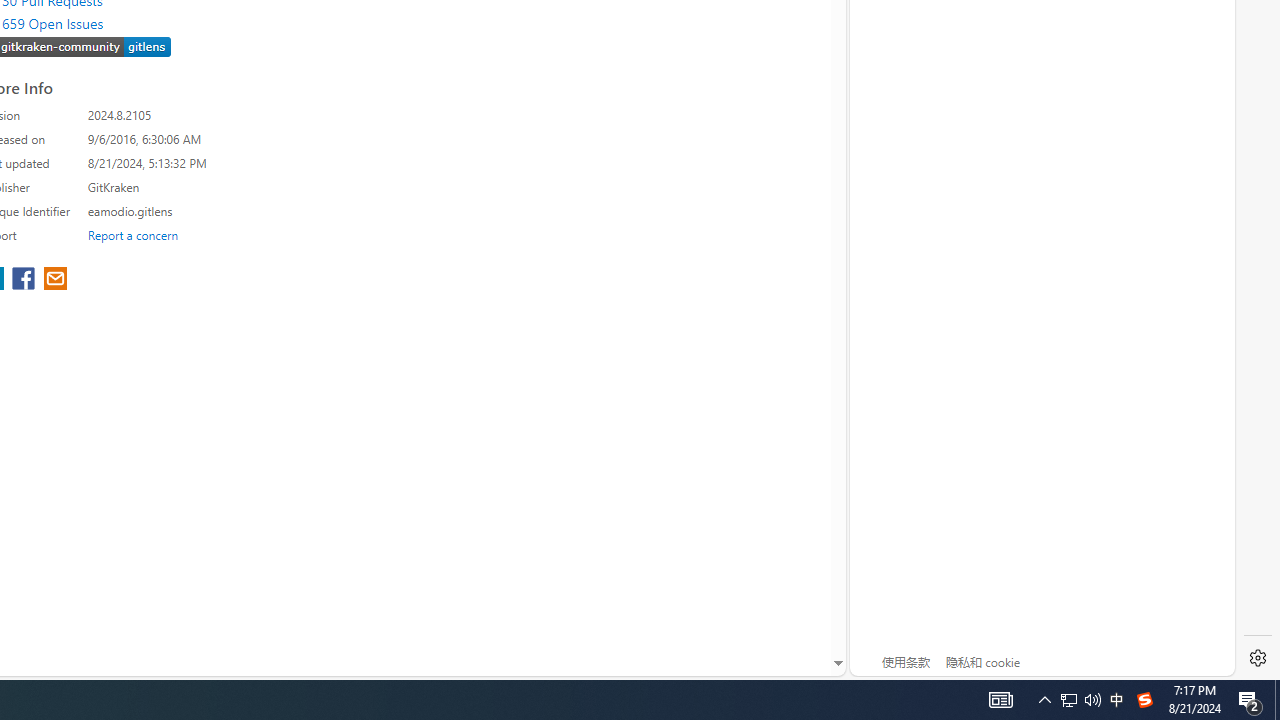 This screenshot has height=720, width=1280. I want to click on 'User Promoted Notification Area', so click(1068, 698).